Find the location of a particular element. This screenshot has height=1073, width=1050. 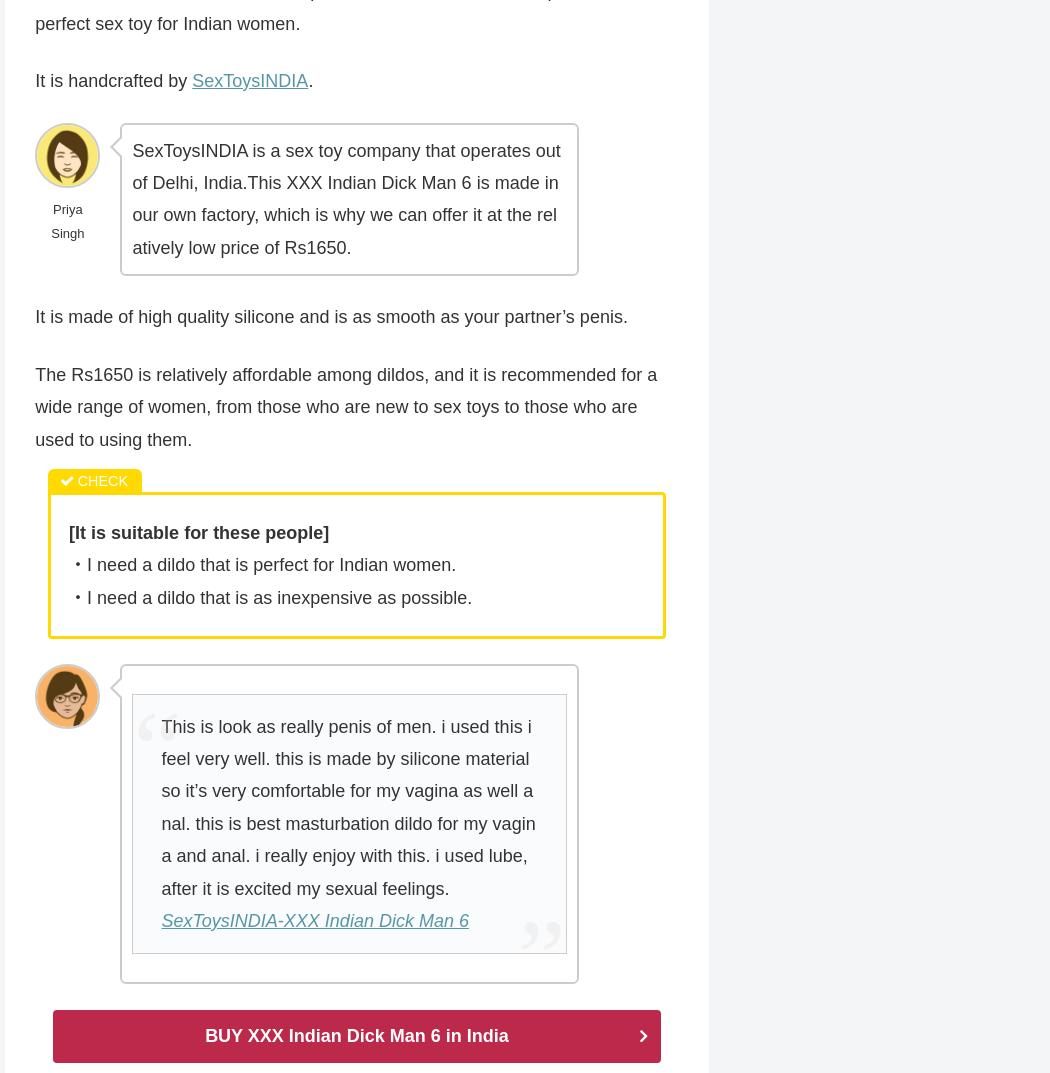

'[It is suitable for these people]' is located at coordinates (197, 533).